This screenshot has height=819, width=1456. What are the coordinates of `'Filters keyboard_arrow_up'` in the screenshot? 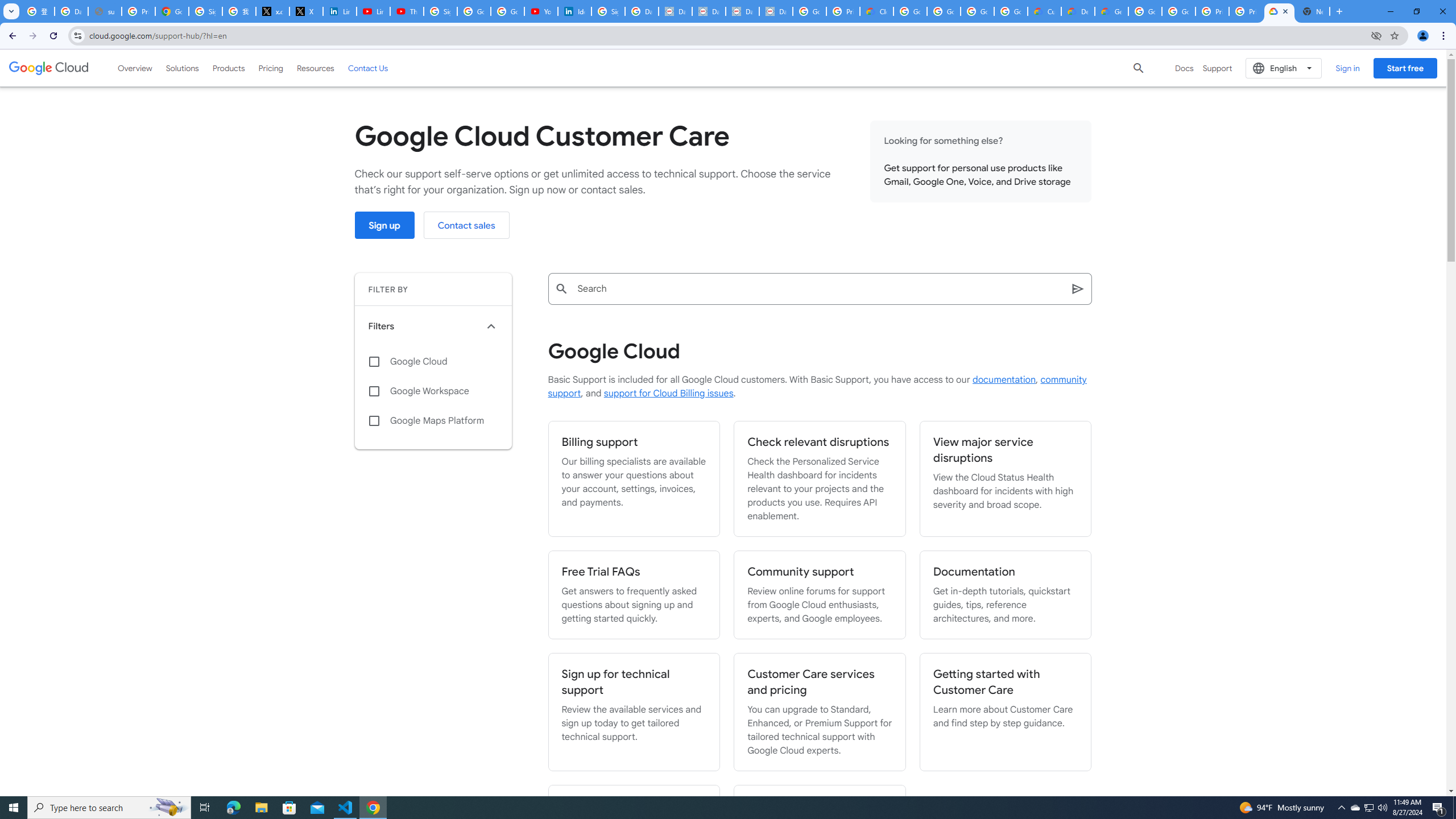 It's located at (433, 326).